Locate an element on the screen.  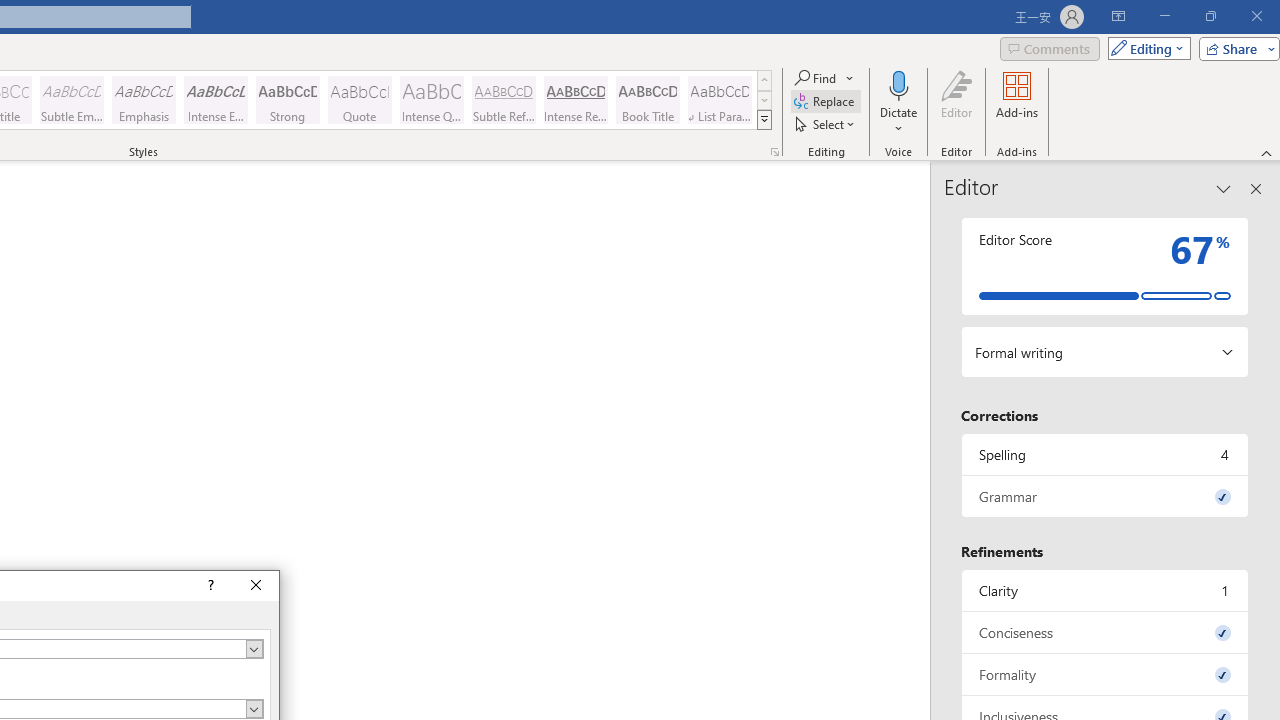
'Grammar, 0 issues. Press space or enter to review items.' is located at coordinates (1104, 495).